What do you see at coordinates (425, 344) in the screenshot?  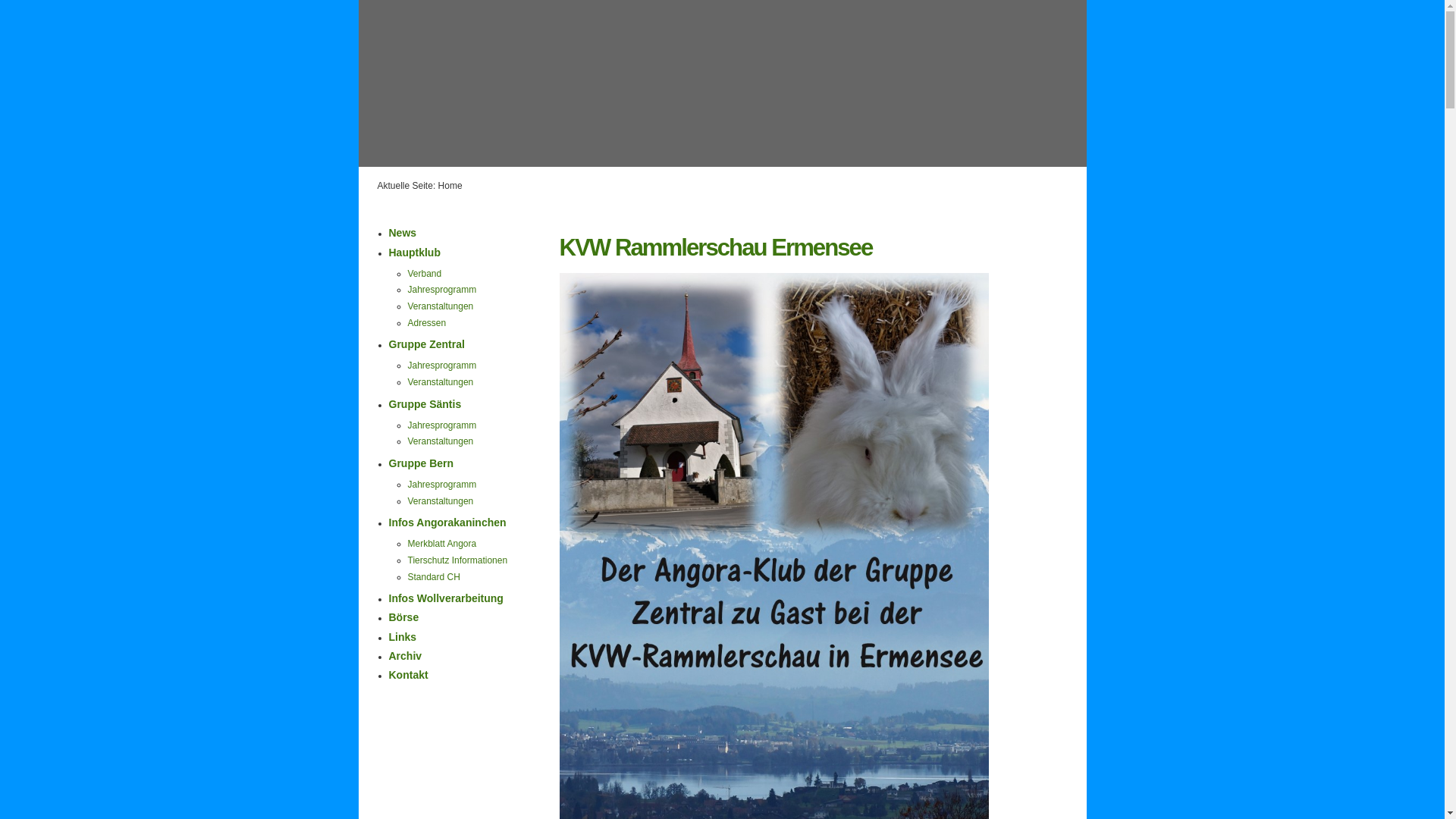 I see `'Gruppe Zentral'` at bounding box center [425, 344].